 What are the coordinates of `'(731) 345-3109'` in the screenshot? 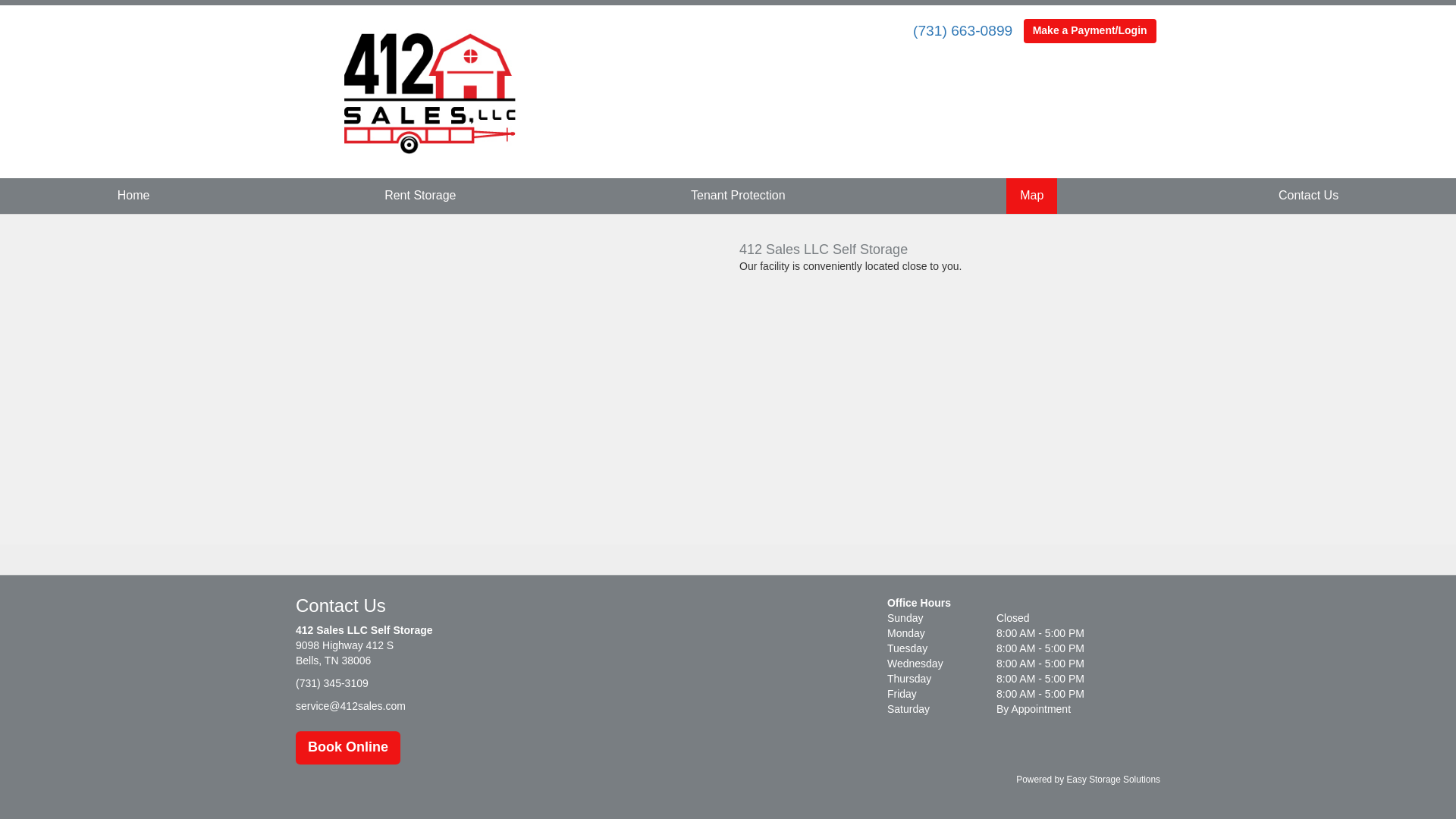 It's located at (295, 684).